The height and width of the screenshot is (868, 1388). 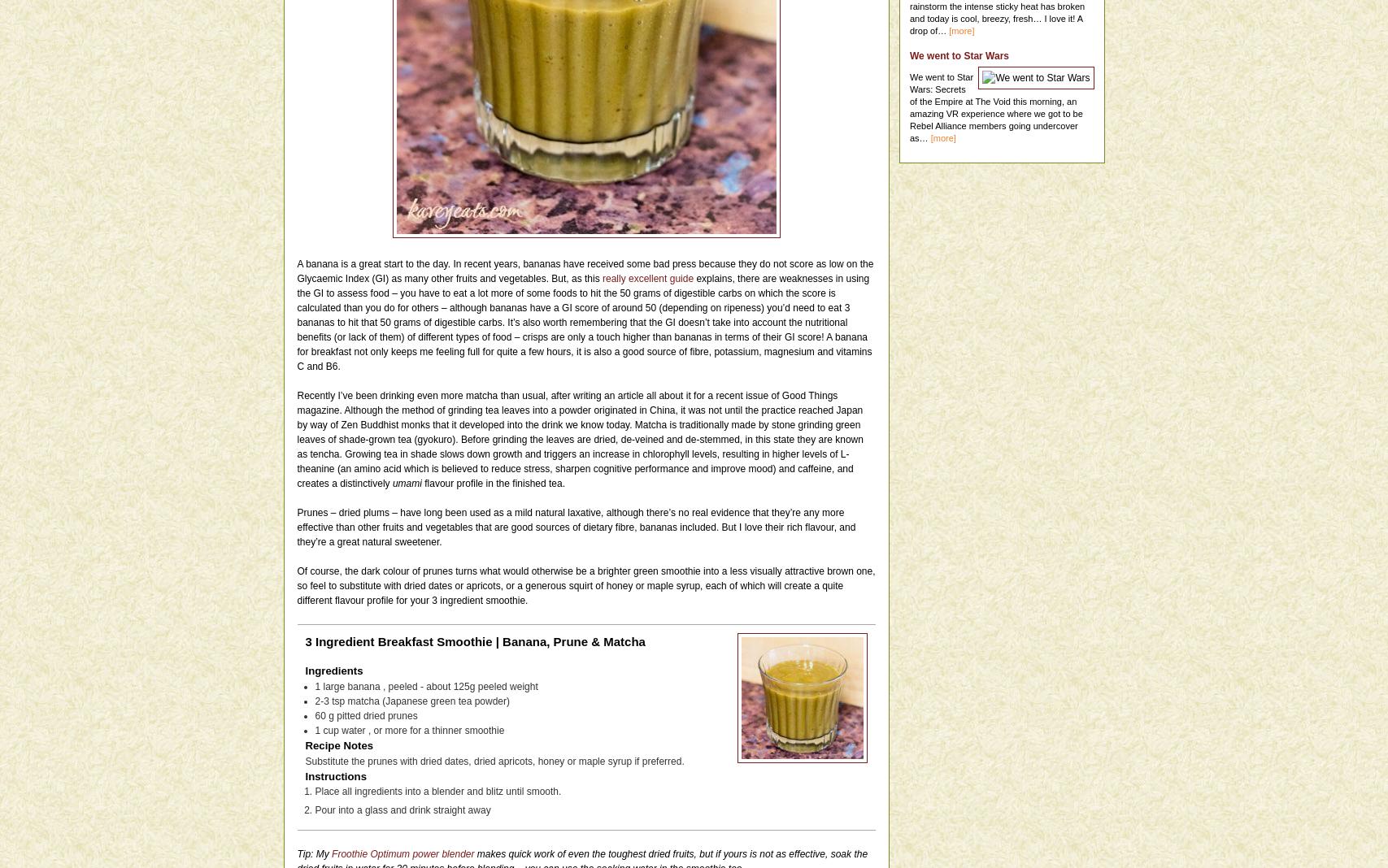 I want to click on 'water', so click(x=353, y=728).